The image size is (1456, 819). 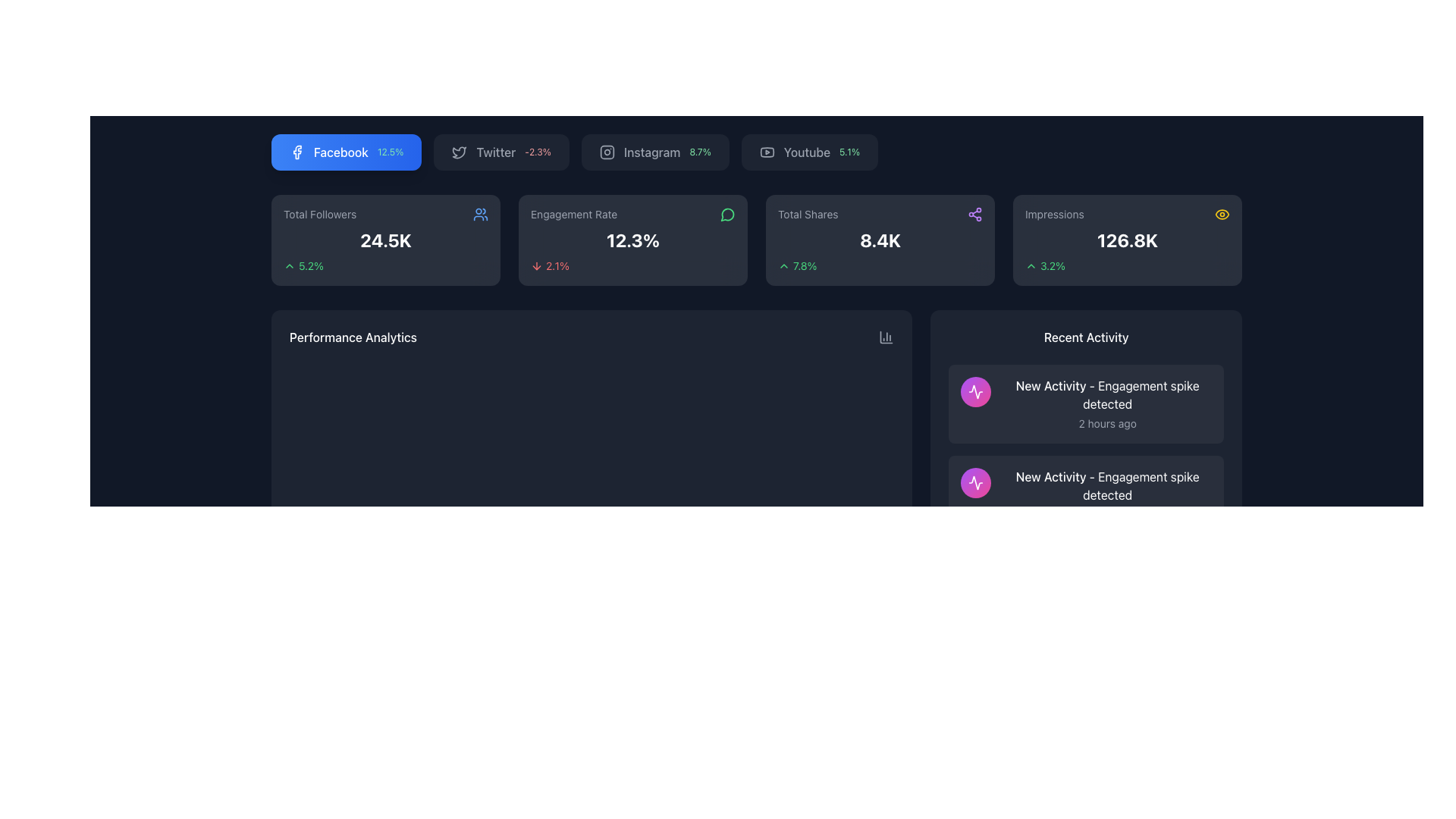 I want to click on the text '24.5K' that is displayed in a bold font with white color on a dark background, located within the card labeled 'Total Followers' and positioned between the header text and a percentage change indicator, so click(x=385, y=239).